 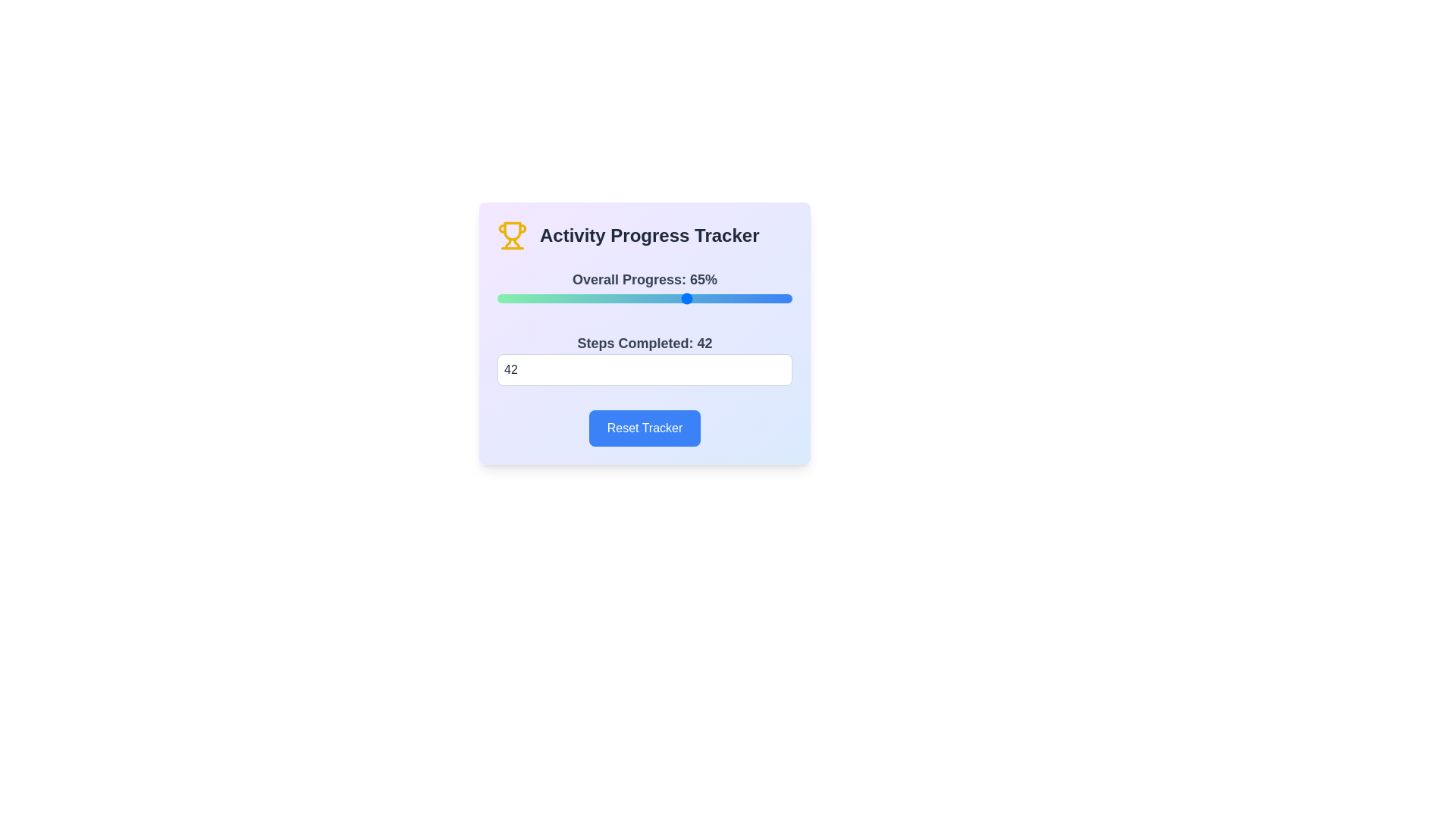 What do you see at coordinates (645, 370) in the screenshot?
I see `the steps completed to 42 by entering the value in the input field` at bounding box center [645, 370].